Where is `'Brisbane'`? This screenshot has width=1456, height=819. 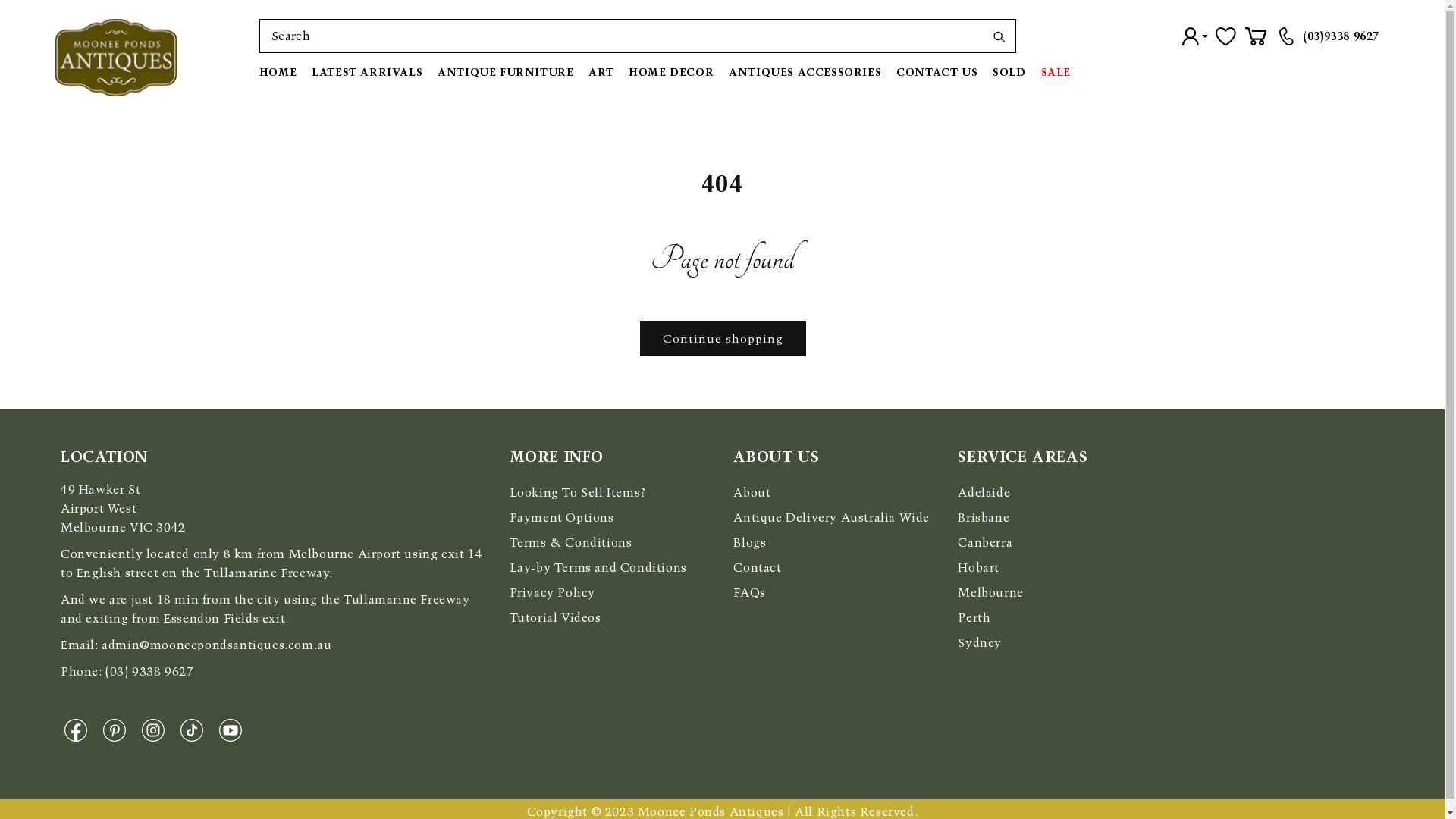
'Brisbane' is located at coordinates (983, 516).